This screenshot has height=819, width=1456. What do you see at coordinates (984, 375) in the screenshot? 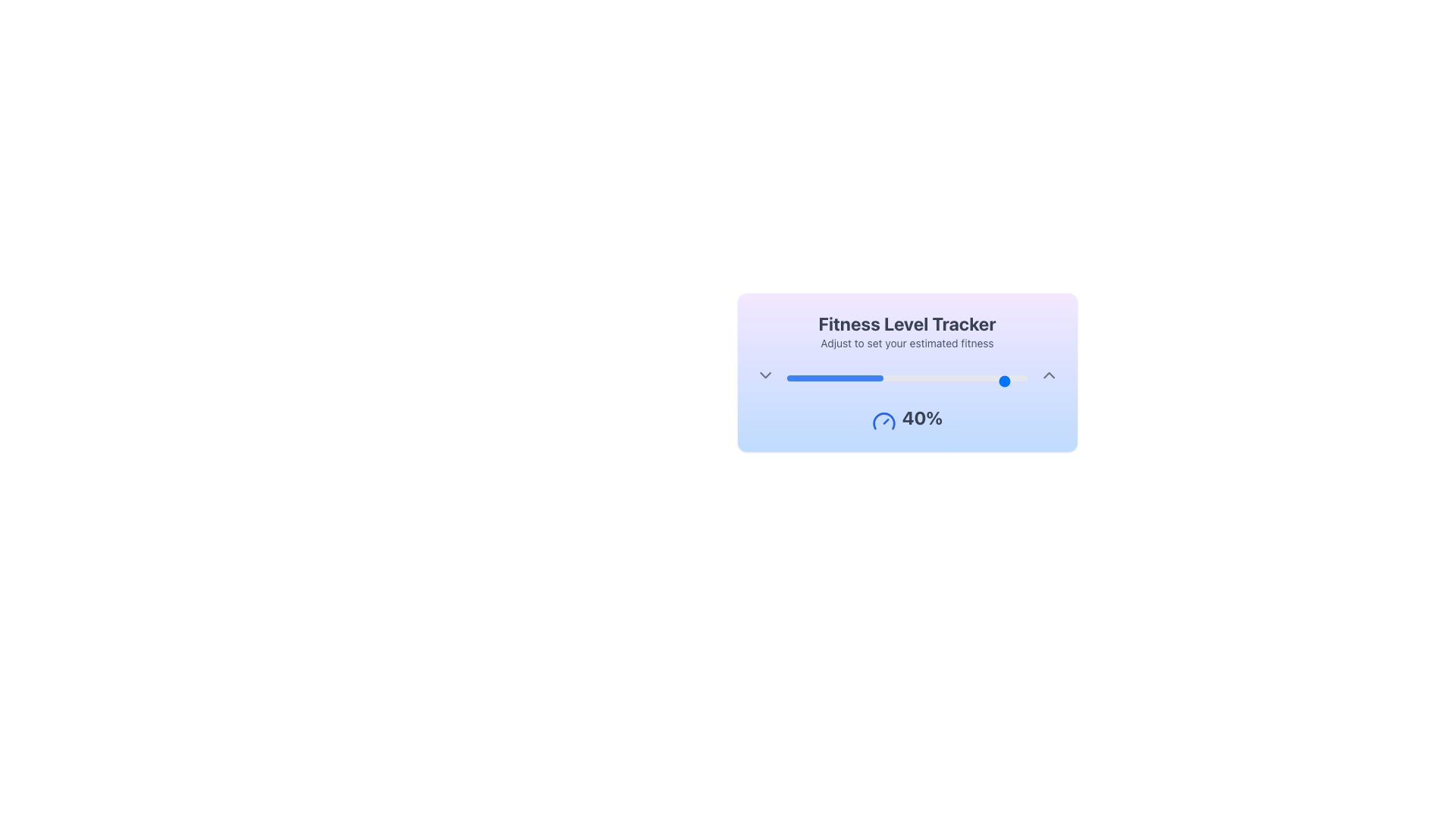
I see `the slider value` at bounding box center [984, 375].